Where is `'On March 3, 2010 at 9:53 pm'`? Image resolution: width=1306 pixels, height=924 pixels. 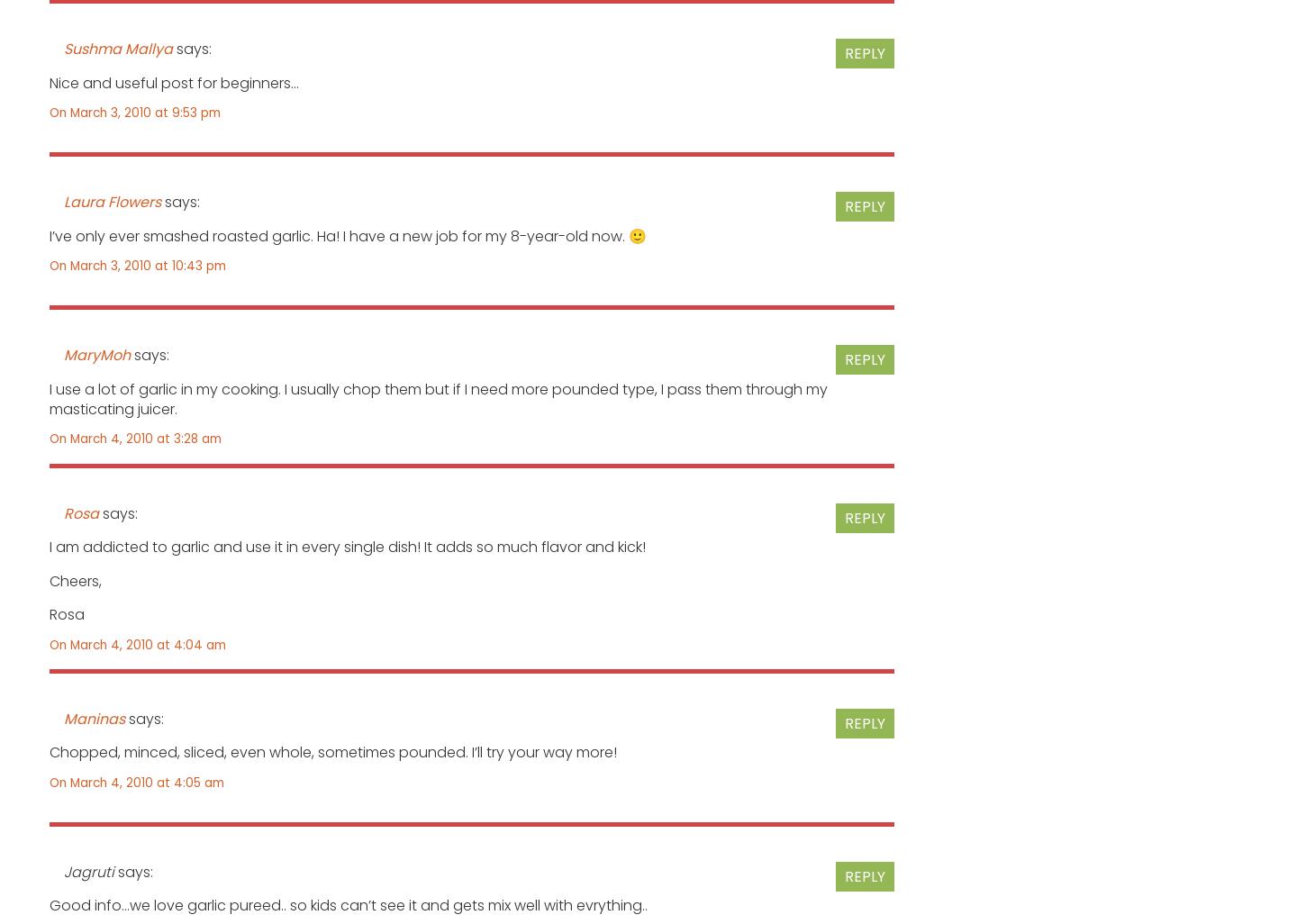 'On March 3, 2010 at 9:53 pm' is located at coordinates (133, 112).